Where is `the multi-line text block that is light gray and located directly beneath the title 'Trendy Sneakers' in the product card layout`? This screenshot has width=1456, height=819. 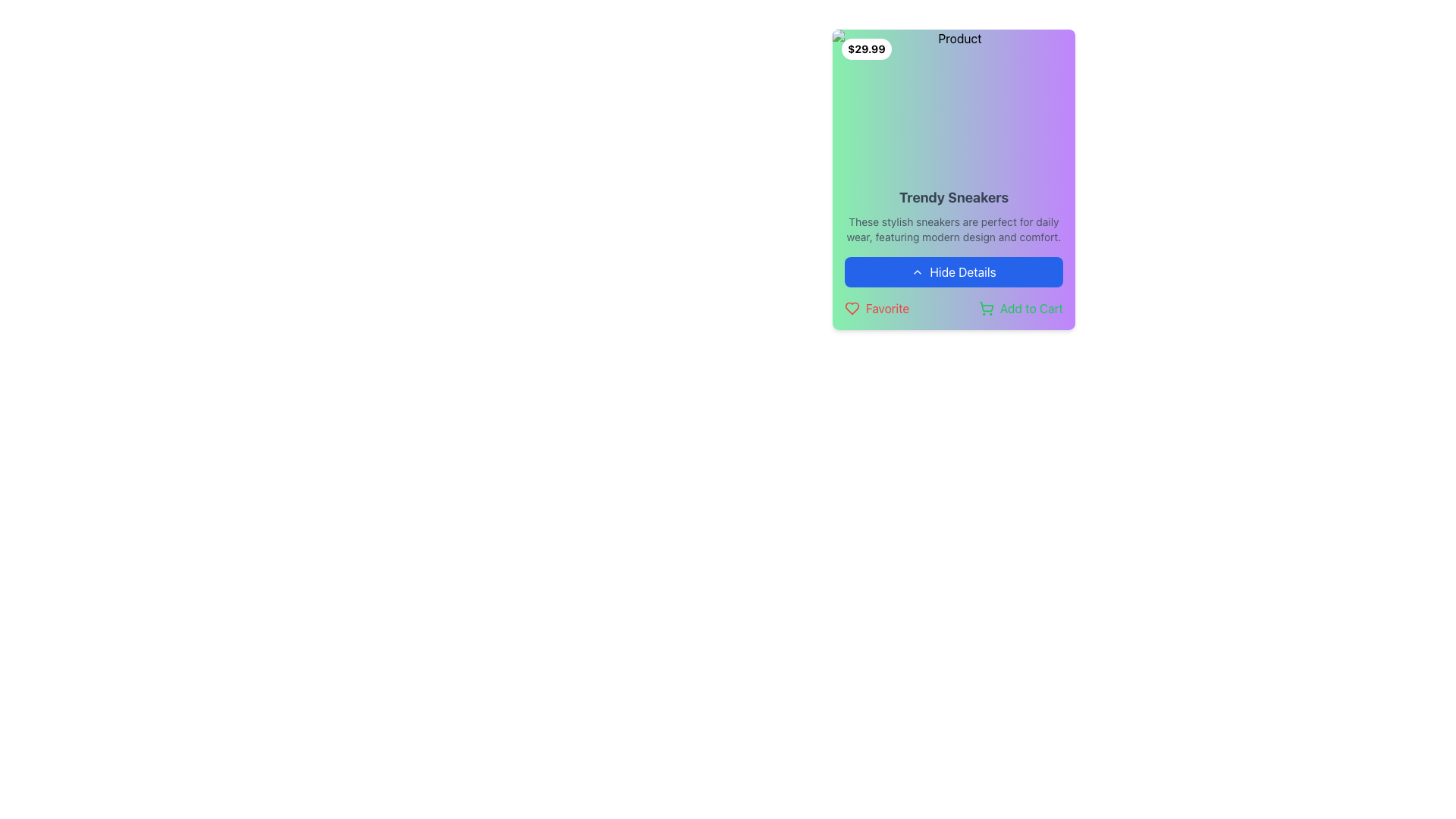
the multi-line text block that is light gray and located directly beneath the title 'Trendy Sneakers' in the product card layout is located at coordinates (952, 230).